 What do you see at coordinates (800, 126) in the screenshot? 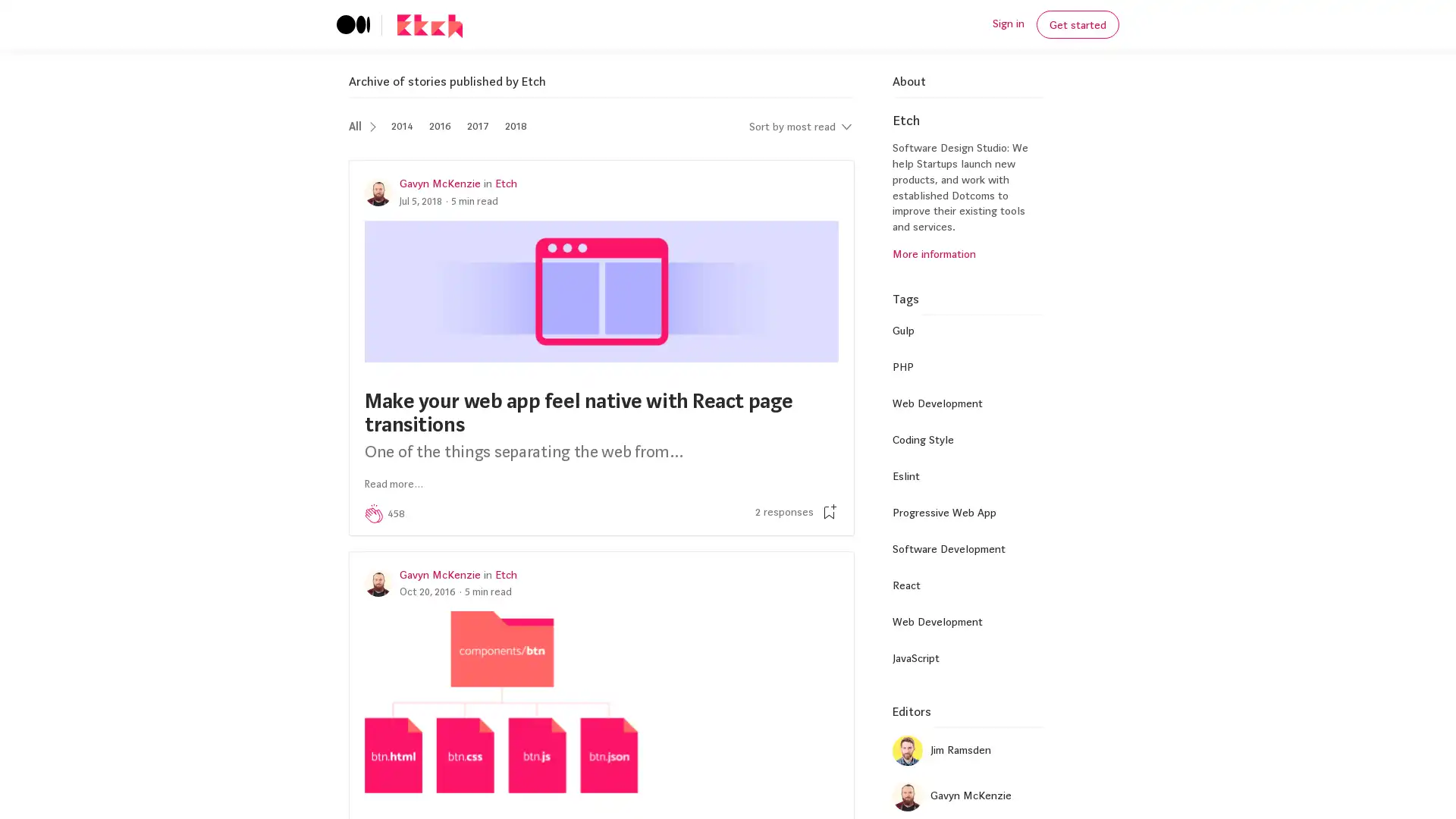
I see `Sort by most read` at bounding box center [800, 126].